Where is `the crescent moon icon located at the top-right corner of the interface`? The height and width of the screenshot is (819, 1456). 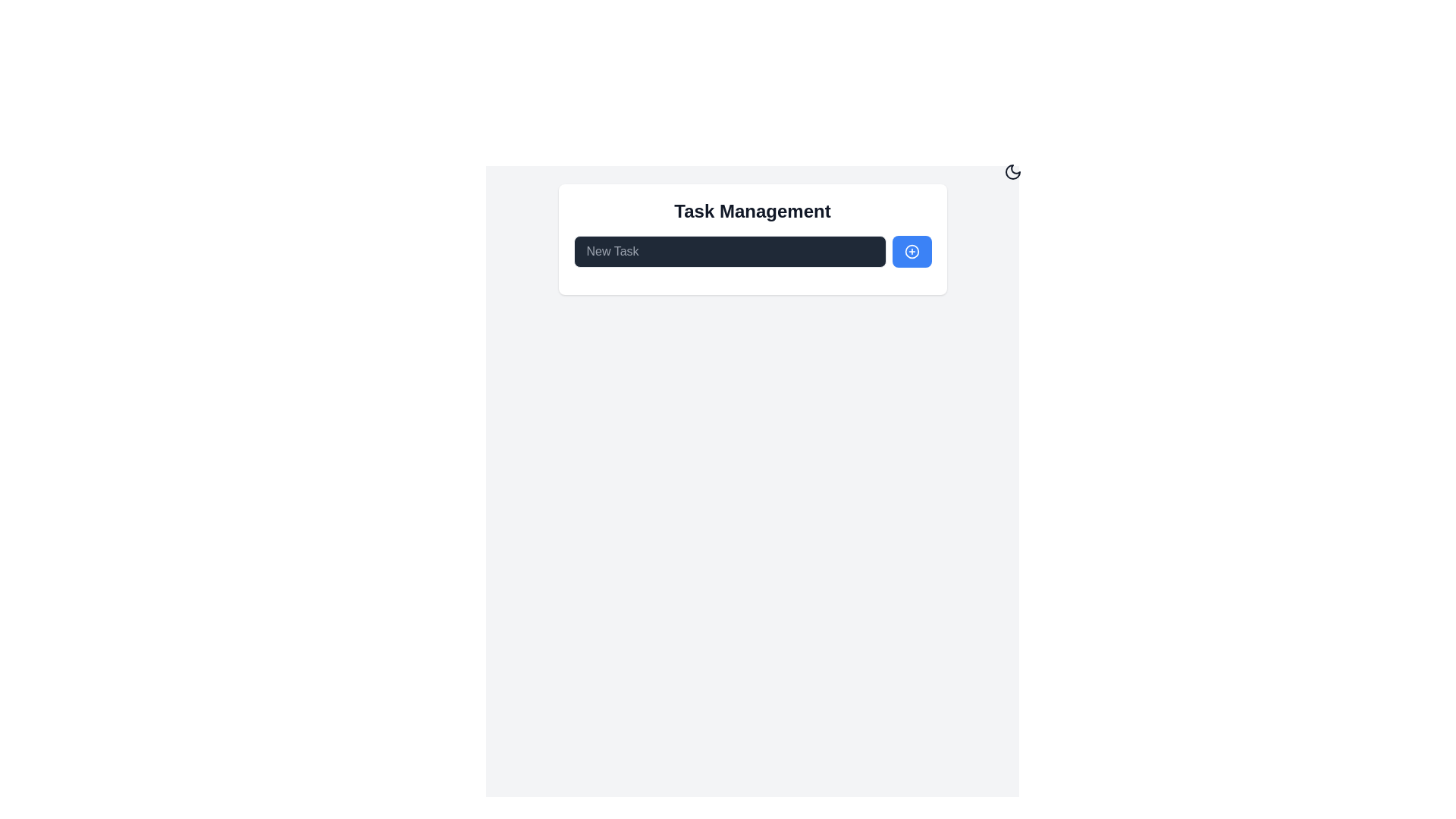
the crescent moon icon located at the top-right corner of the interface is located at coordinates (1012, 171).